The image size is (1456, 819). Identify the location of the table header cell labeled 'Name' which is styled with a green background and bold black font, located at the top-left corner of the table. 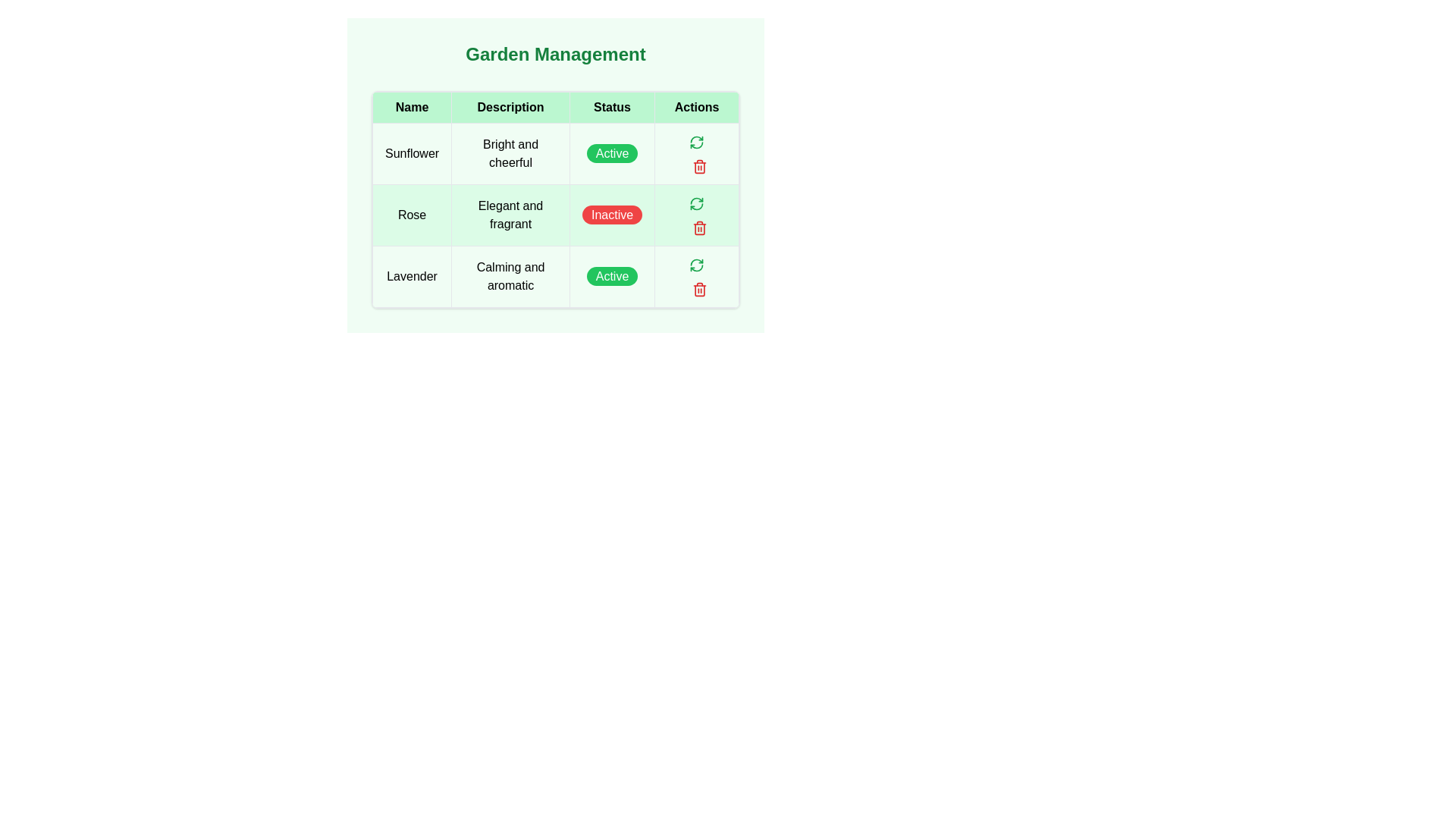
(412, 107).